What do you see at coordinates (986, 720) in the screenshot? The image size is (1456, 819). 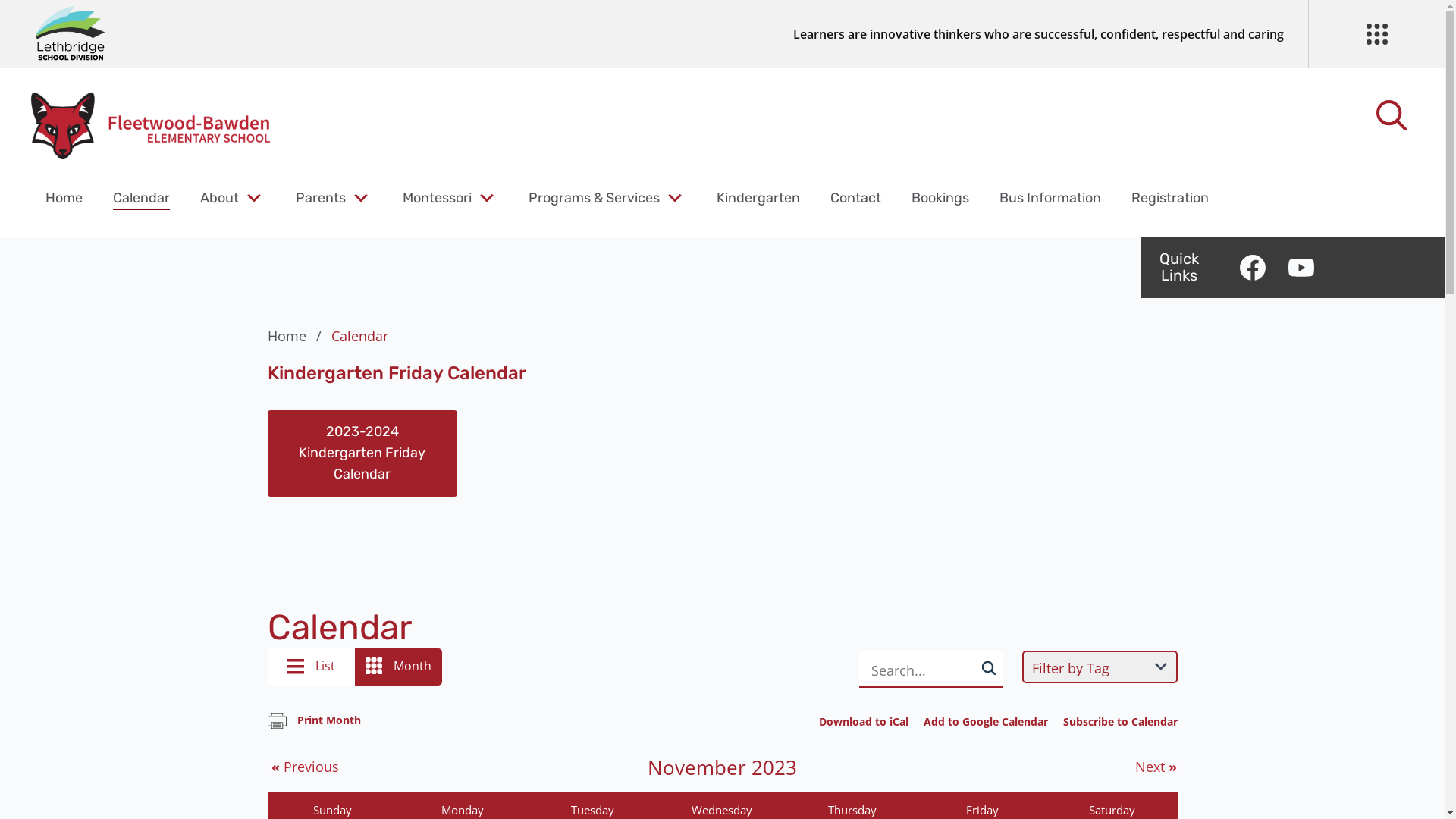 I see `'Add to Google Calendar'` at bounding box center [986, 720].